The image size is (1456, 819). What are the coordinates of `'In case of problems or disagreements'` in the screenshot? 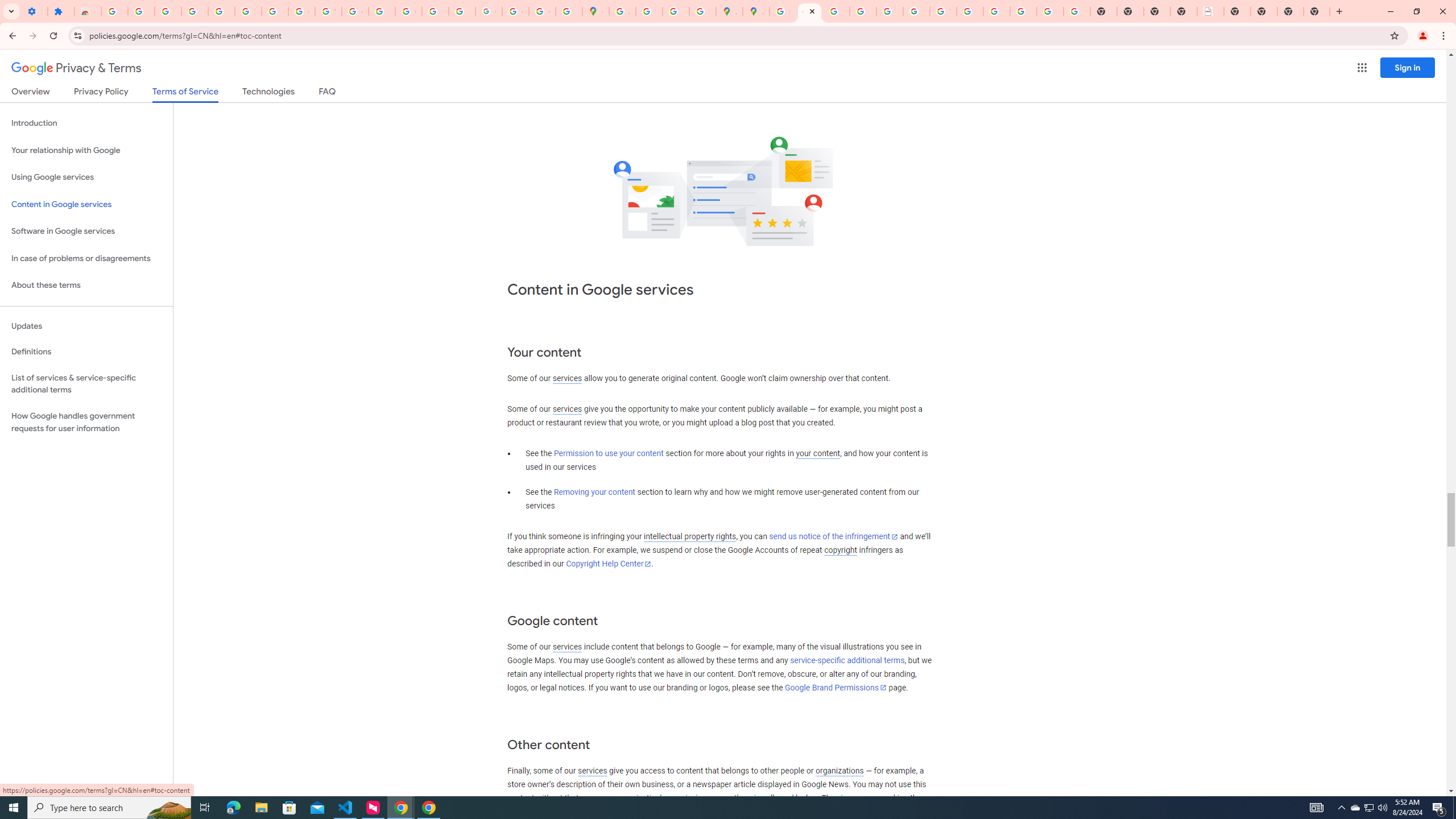 It's located at (86, 259).